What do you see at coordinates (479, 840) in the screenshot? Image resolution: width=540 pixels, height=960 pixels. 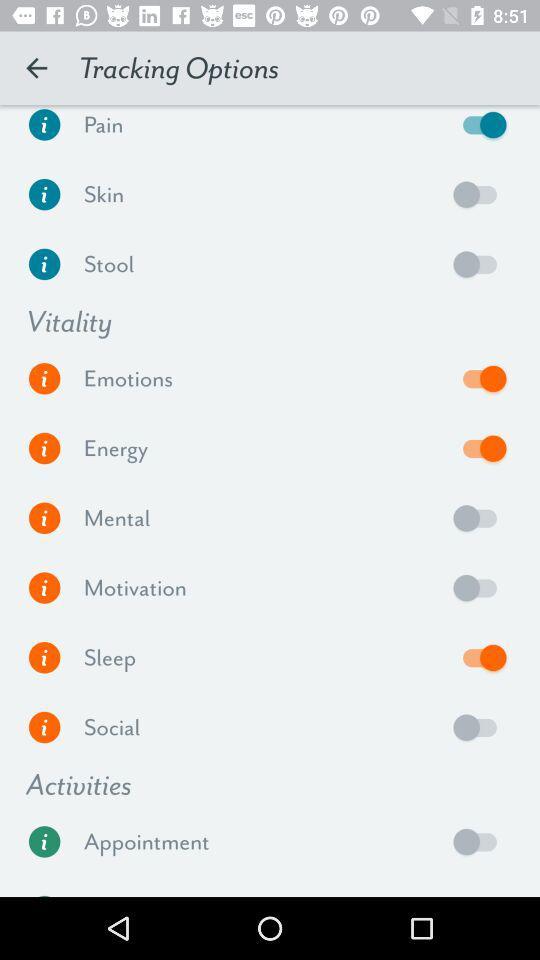 I see `toggles appointment tracking` at bounding box center [479, 840].